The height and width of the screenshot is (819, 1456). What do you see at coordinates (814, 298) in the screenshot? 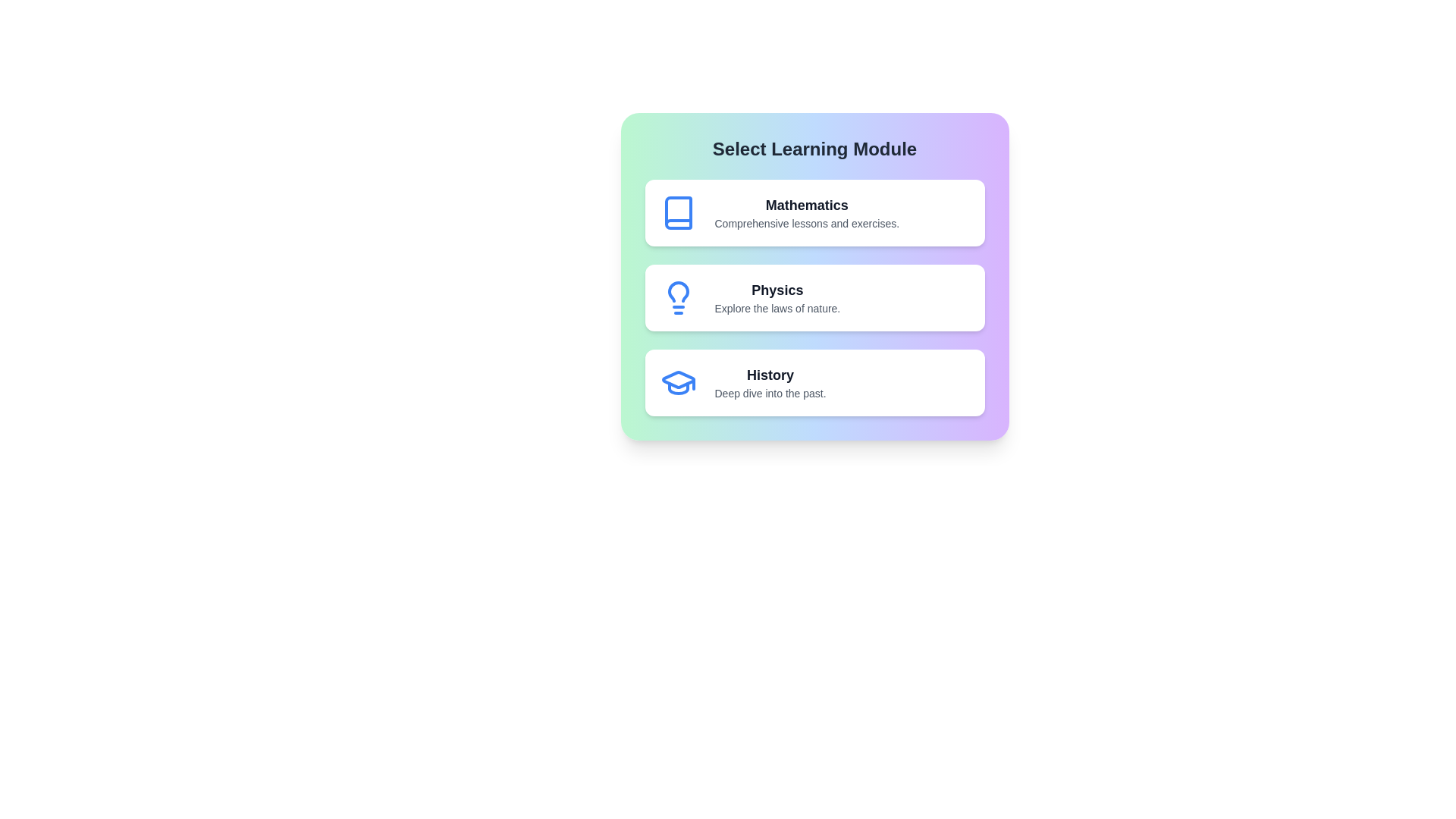
I see `the Physics module to select it` at bounding box center [814, 298].